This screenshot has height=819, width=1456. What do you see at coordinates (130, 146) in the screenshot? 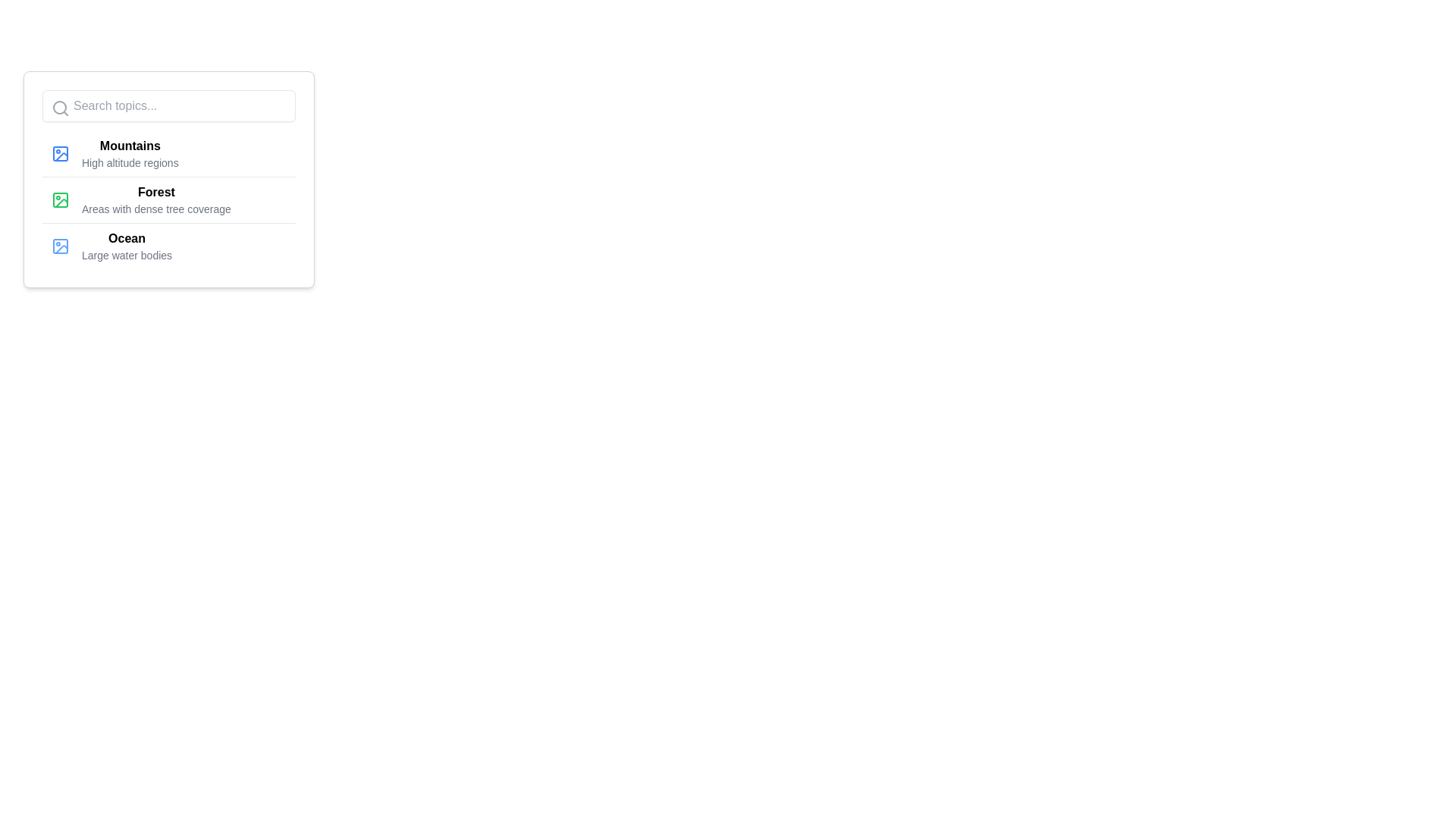
I see `text label 'Mountains' which serves as a title for a category in the selection menu, located at the top-left corner of the selection list` at bounding box center [130, 146].